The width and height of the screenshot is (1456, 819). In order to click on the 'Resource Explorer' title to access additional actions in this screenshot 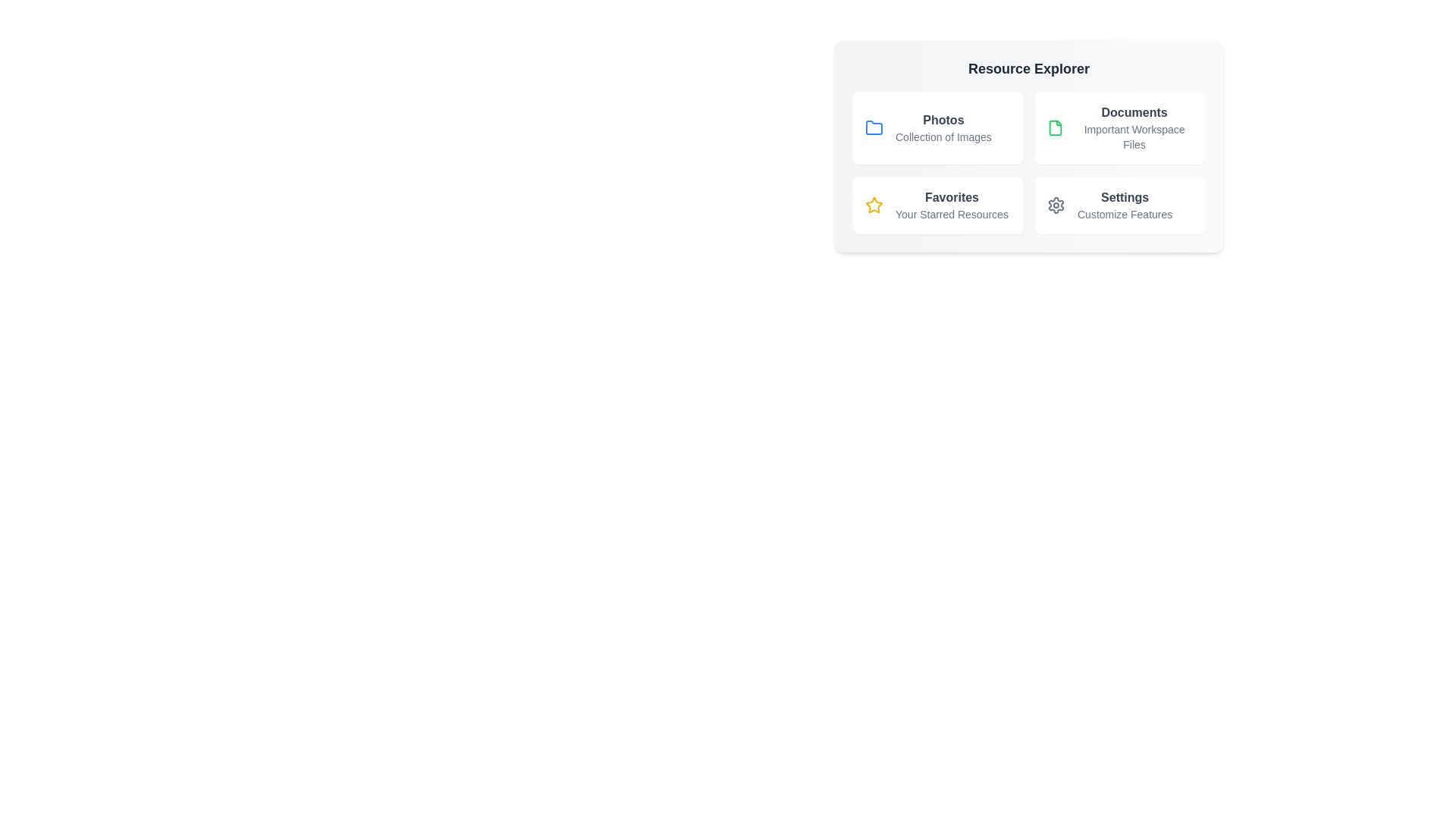, I will do `click(1029, 69)`.